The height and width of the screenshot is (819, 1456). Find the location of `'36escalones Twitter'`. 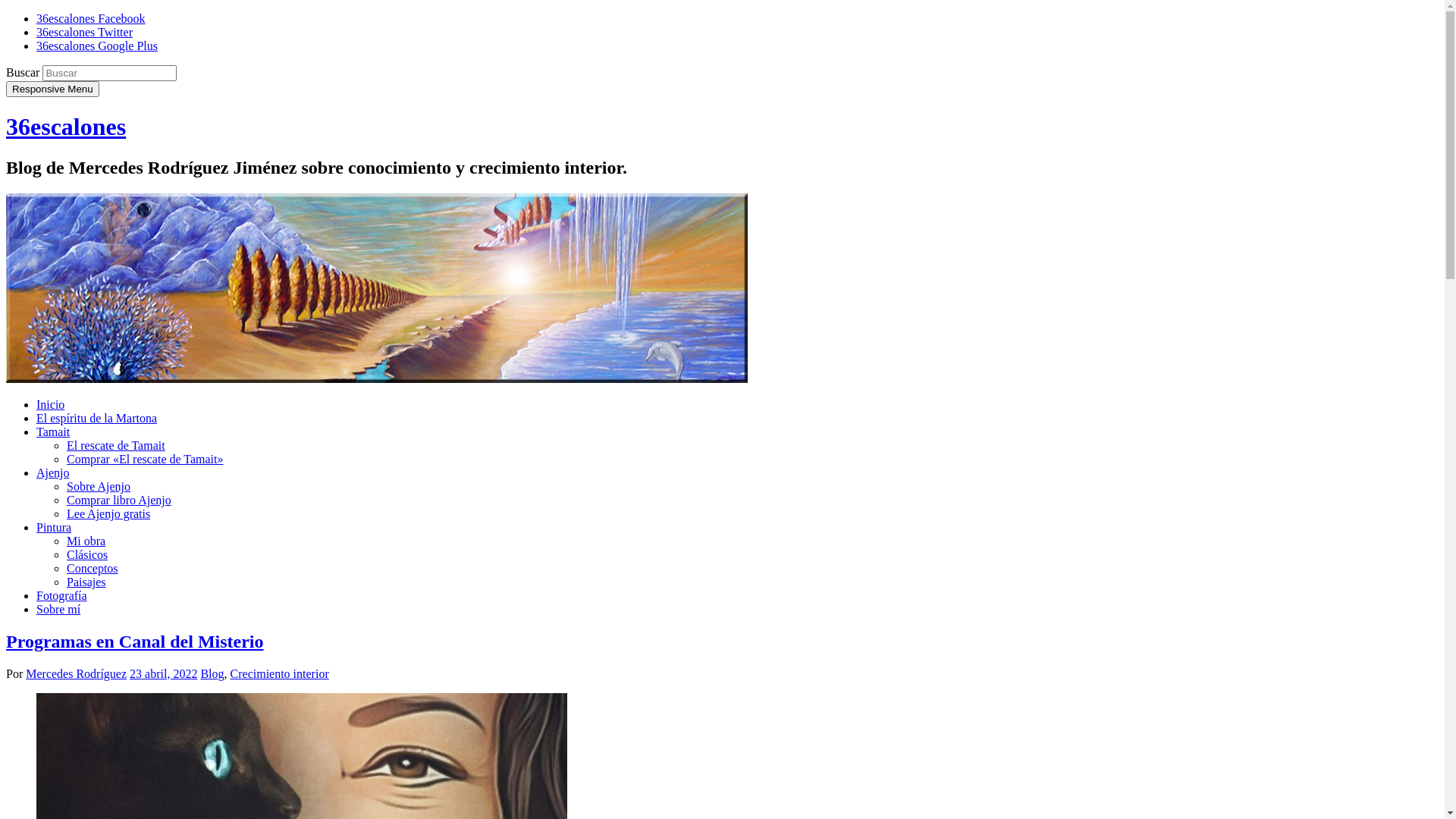

'36escalones Twitter' is located at coordinates (83, 32).